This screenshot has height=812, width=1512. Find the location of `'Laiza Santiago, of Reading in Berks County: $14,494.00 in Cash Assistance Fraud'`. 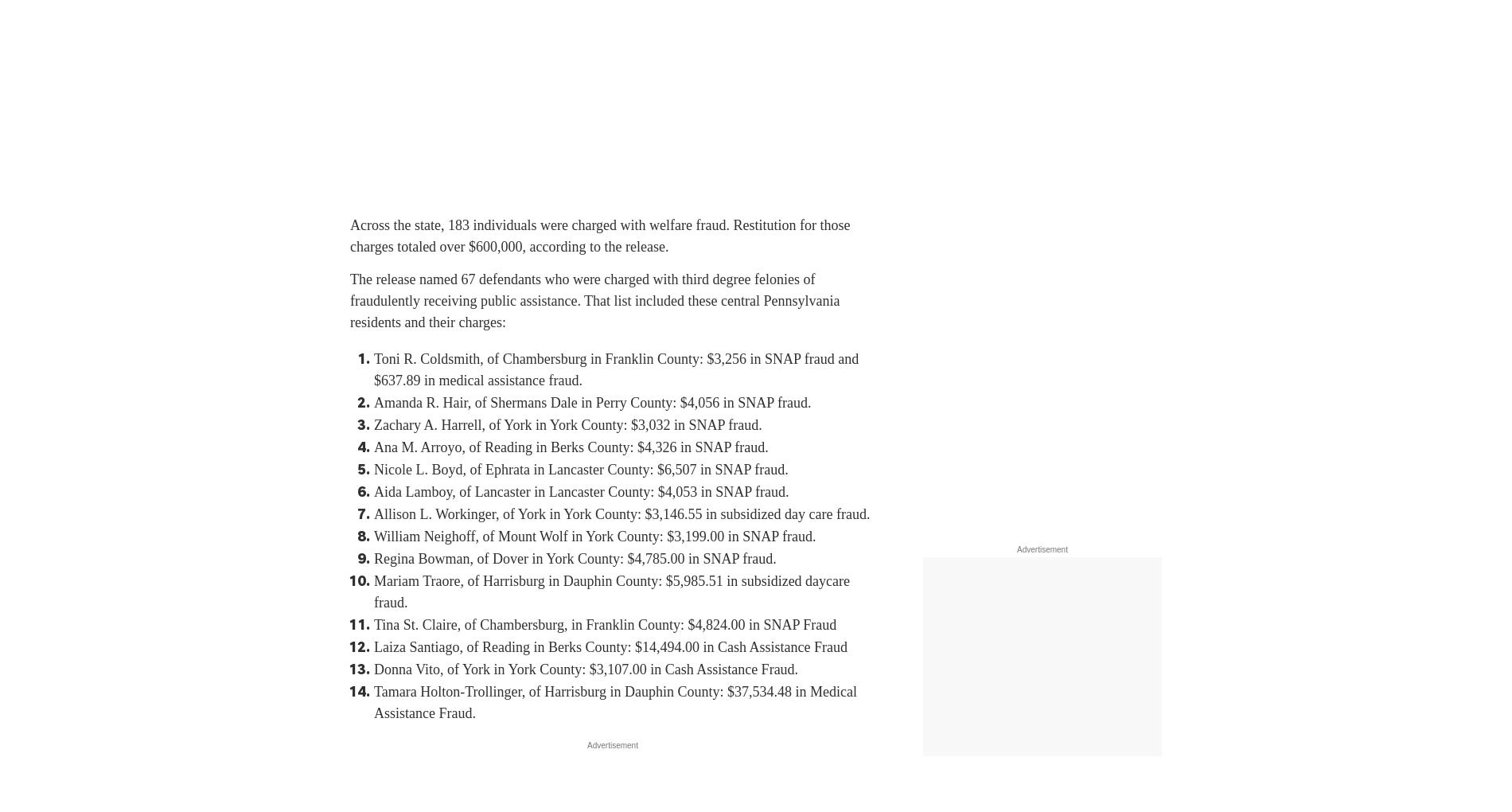

'Laiza Santiago, of Reading in Berks County: $14,494.00 in Cash Assistance Fraud' is located at coordinates (610, 647).